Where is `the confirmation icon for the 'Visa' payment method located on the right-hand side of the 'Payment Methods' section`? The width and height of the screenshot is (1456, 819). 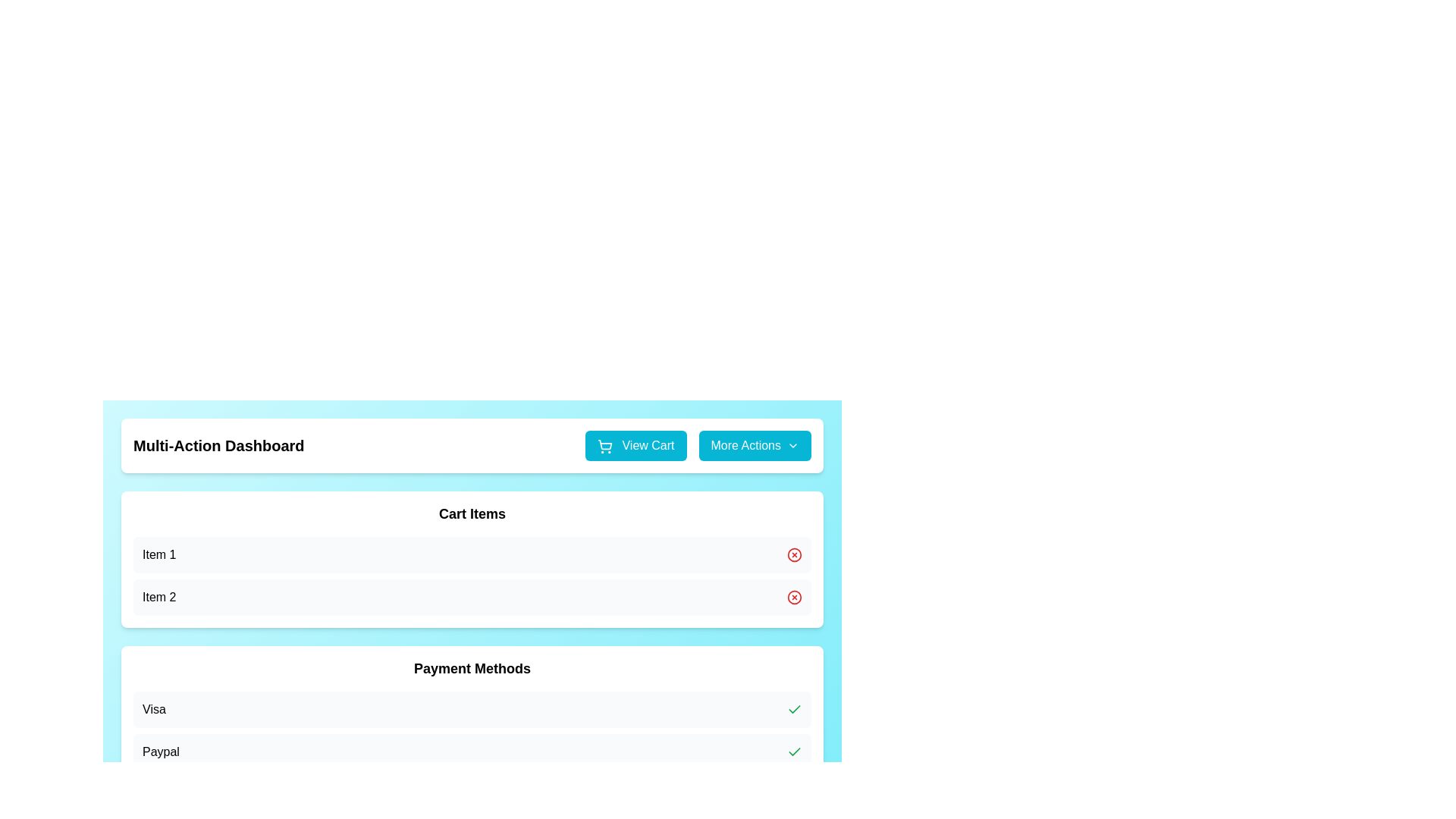
the confirmation icon for the 'Visa' payment method located on the right-hand side of the 'Payment Methods' section is located at coordinates (793, 710).